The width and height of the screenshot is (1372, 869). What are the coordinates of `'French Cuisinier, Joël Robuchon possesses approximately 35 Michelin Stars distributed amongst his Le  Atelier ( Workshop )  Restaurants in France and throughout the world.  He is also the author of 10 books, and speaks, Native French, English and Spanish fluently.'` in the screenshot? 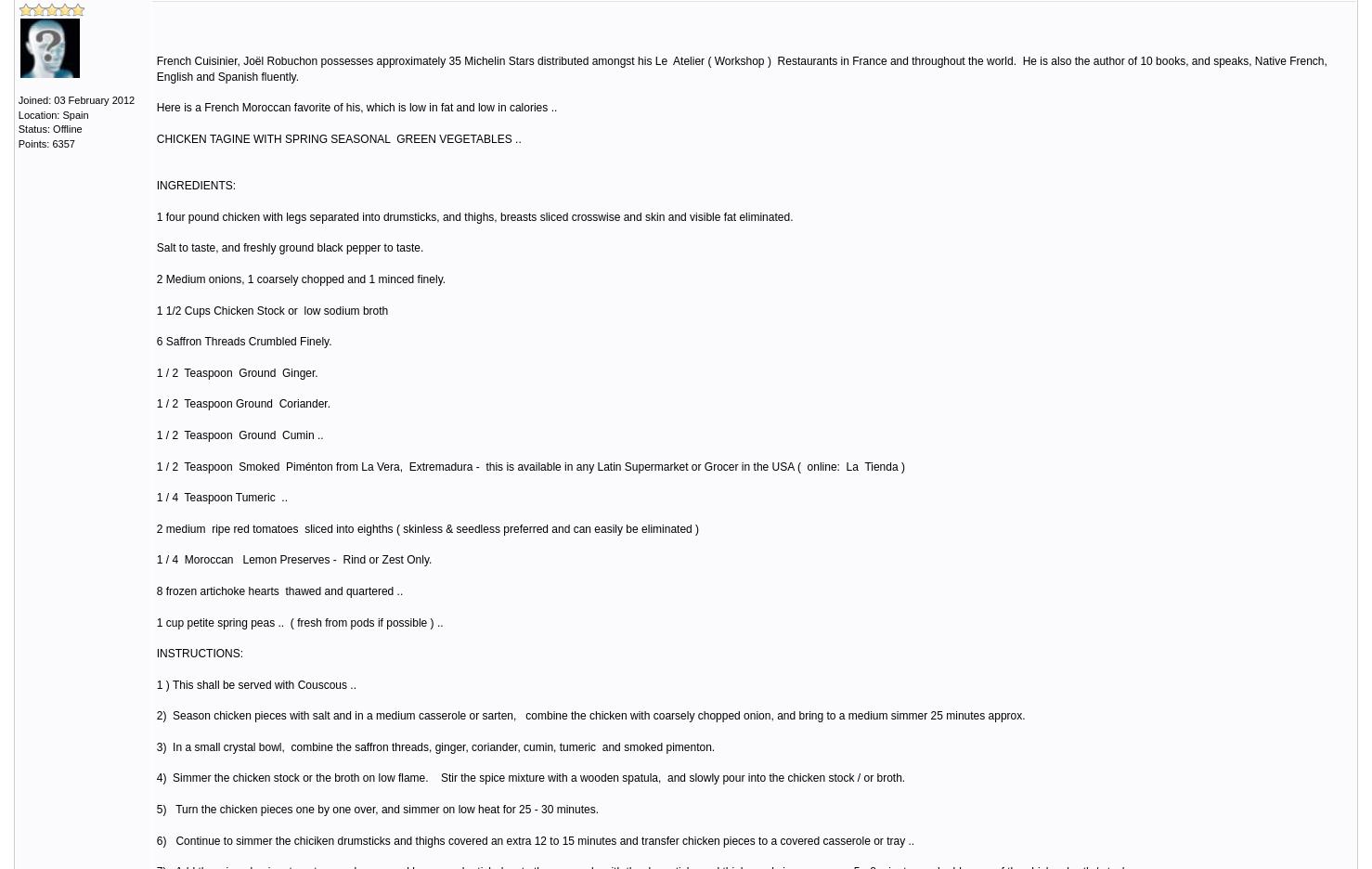 It's located at (741, 68).